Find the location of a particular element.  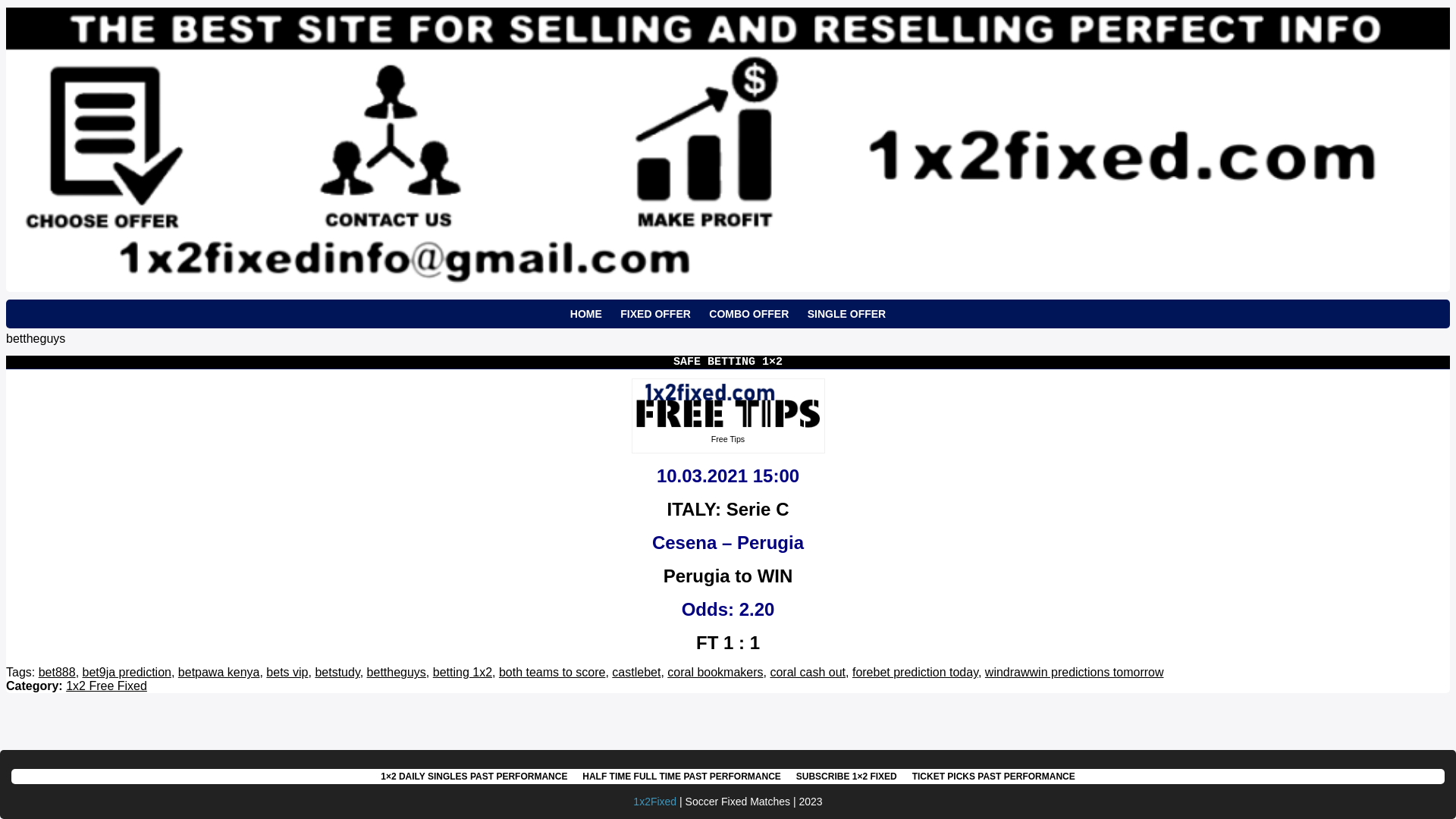

'bets vip' is located at coordinates (287, 671).